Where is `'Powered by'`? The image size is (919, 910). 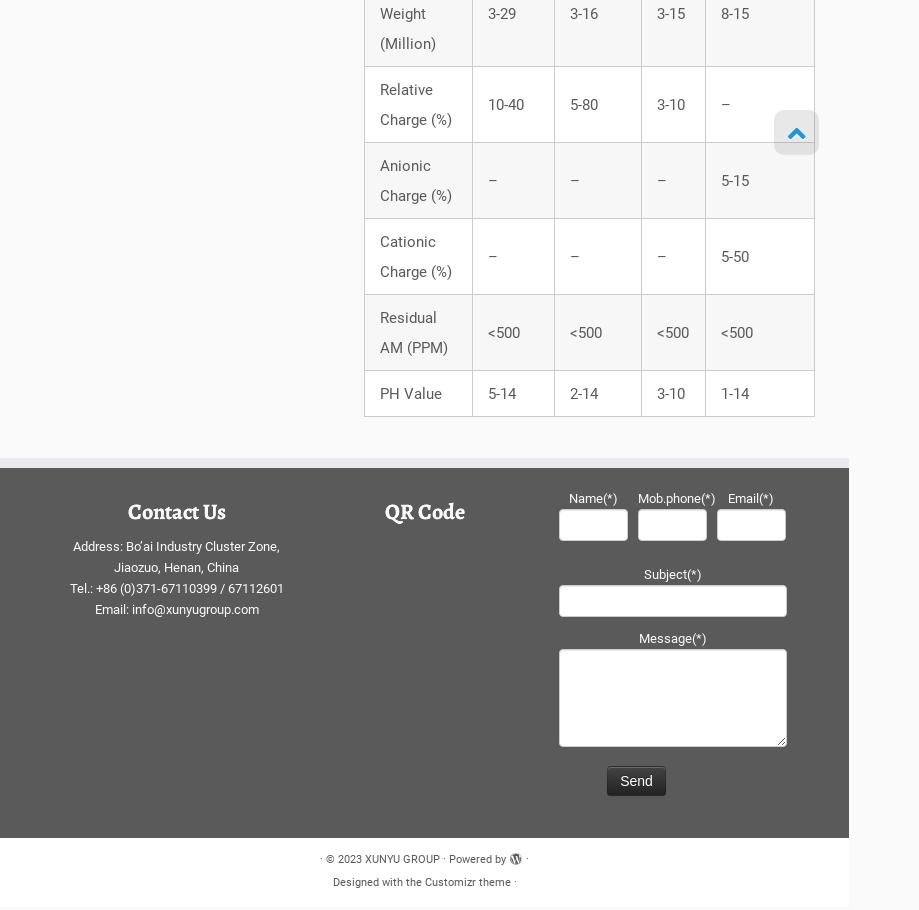 'Powered by' is located at coordinates (476, 862).